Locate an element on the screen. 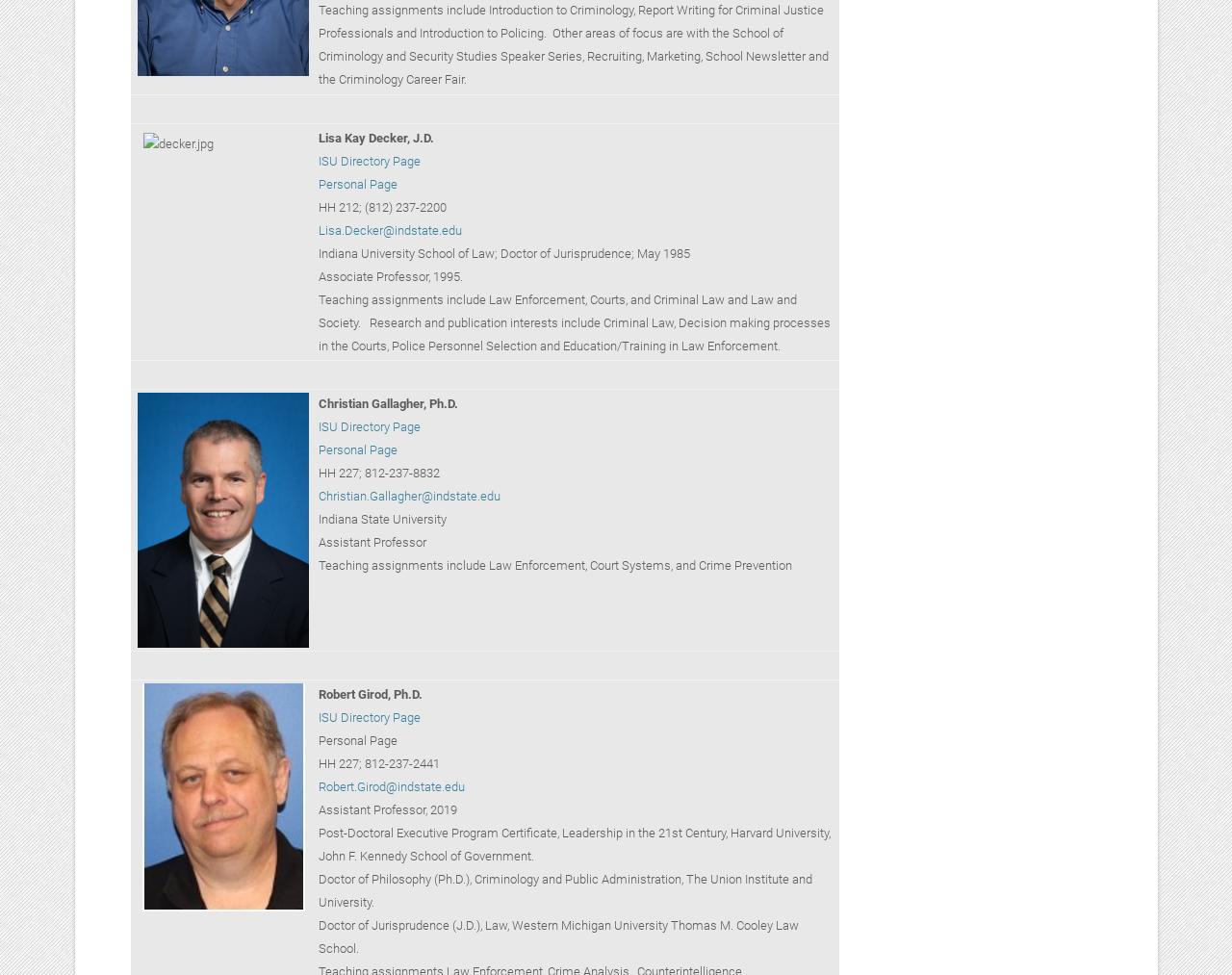 This screenshot has height=975, width=1232. 'Doctor of Philosophy (Ph.D.), Criminology and Public Administration, The Union Institute and University.' is located at coordinates (563, 889).